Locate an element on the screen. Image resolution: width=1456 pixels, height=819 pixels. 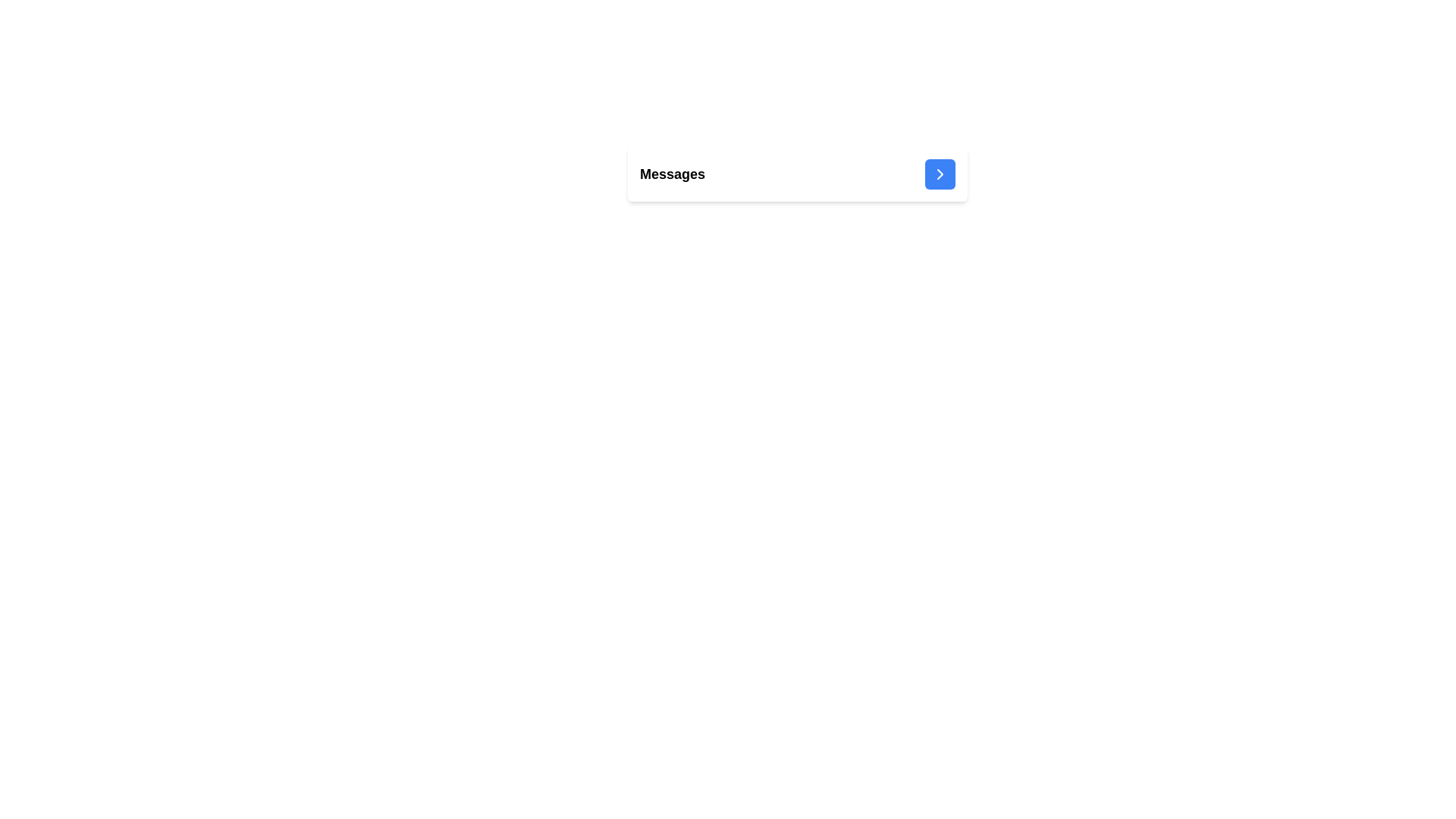
the Chevron-Right icon, which is an arrow shape located in the far-right section of a notification area, aligned centrally with the vertical axis is located at coordinates (939, 174).